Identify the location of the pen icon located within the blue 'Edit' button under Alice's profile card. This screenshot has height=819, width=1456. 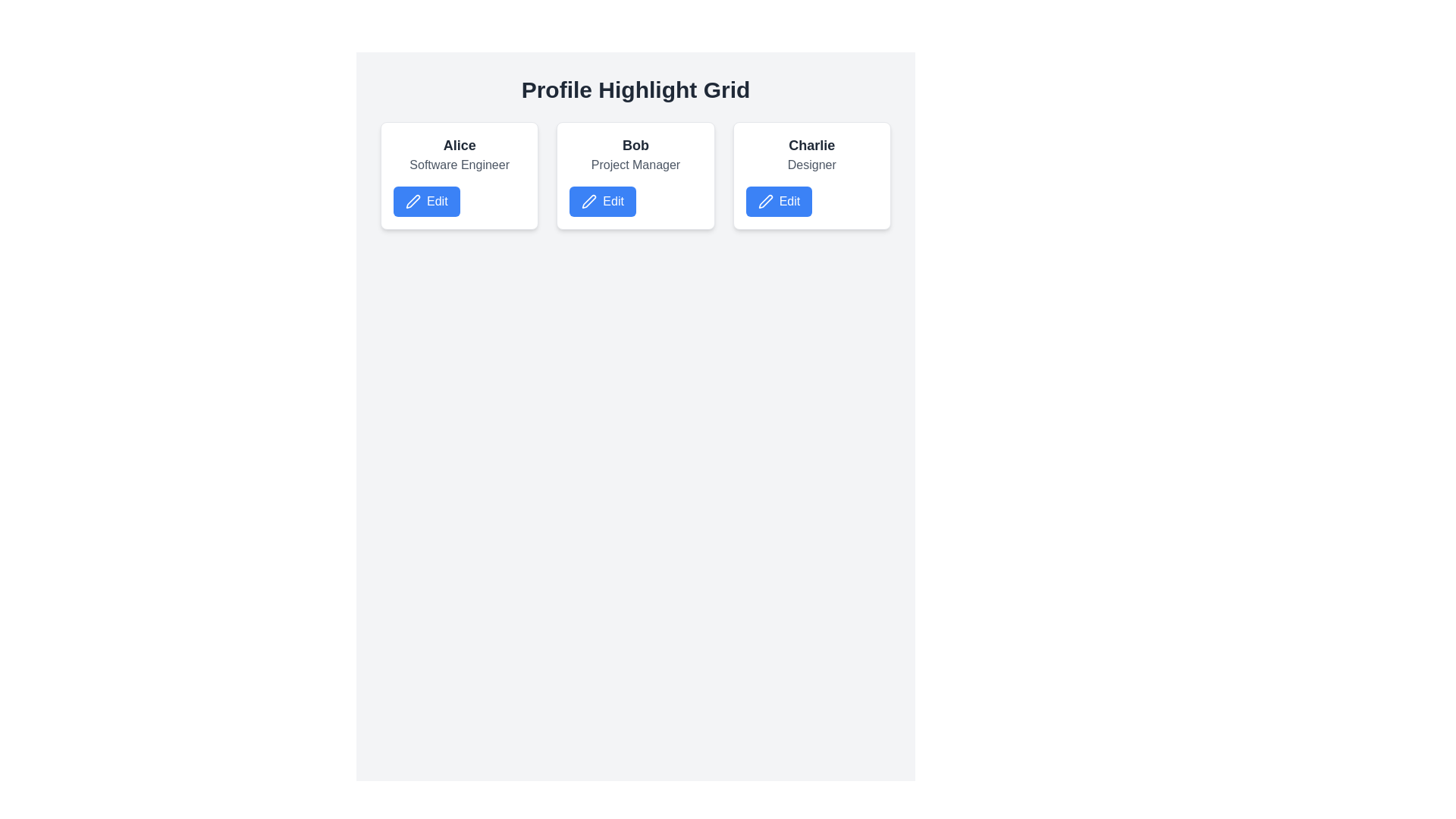
(413, 201).